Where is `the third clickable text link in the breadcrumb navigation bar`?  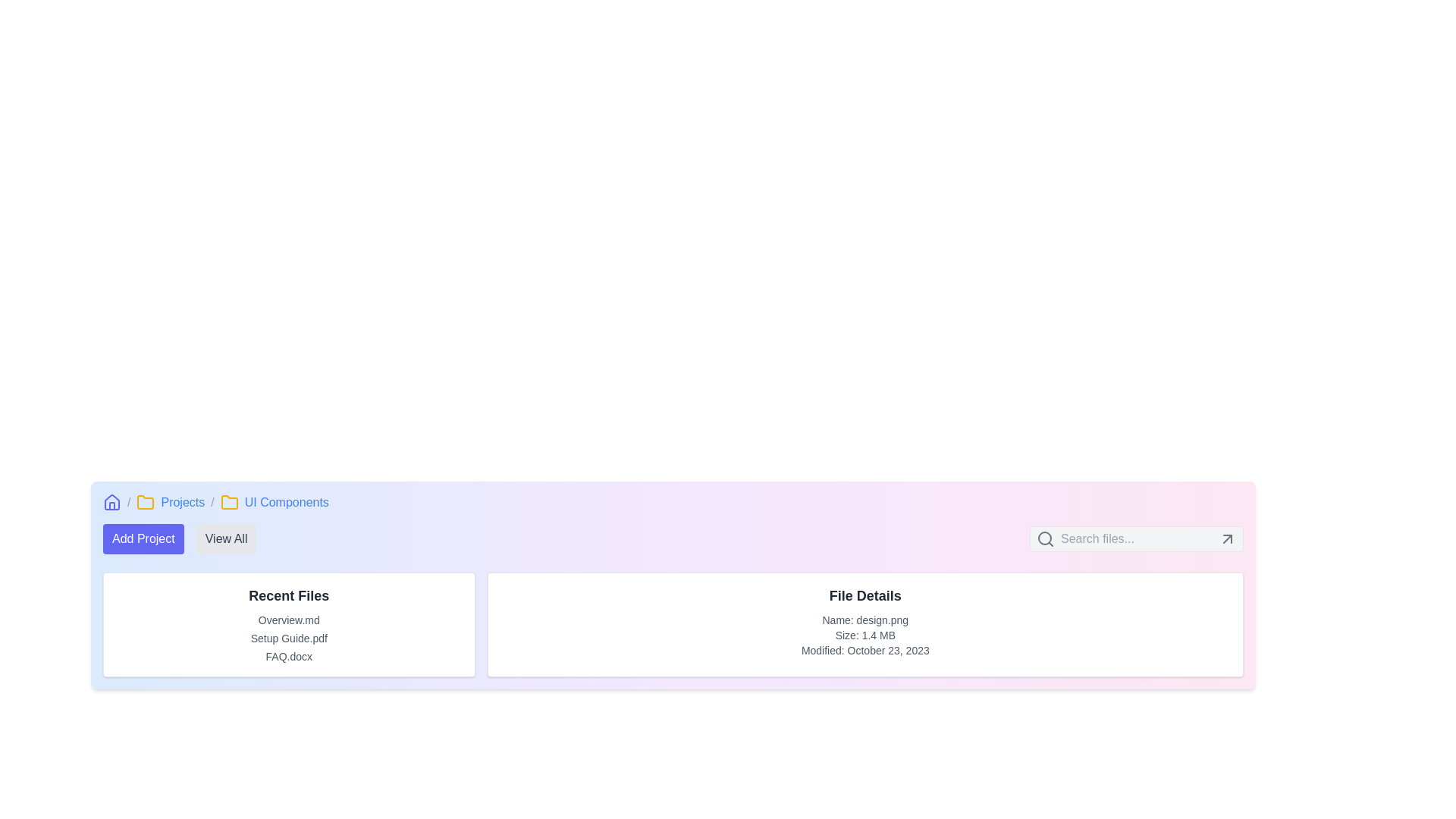 the third clickable text link in the breadcrumb navigation bar is located at coordinates (287, 503).